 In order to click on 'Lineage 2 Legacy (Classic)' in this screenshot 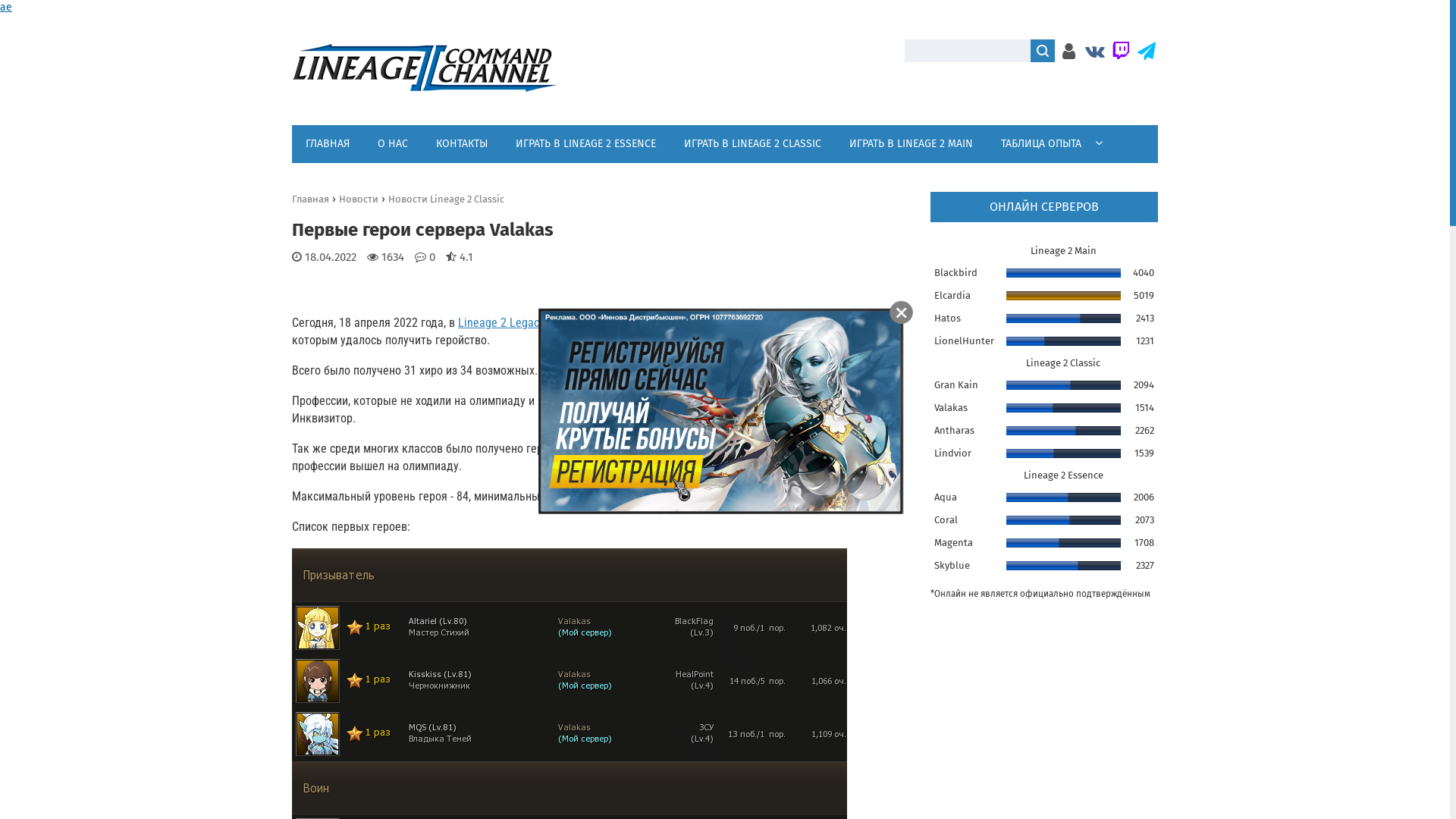, I will do `click(524, 327)`.